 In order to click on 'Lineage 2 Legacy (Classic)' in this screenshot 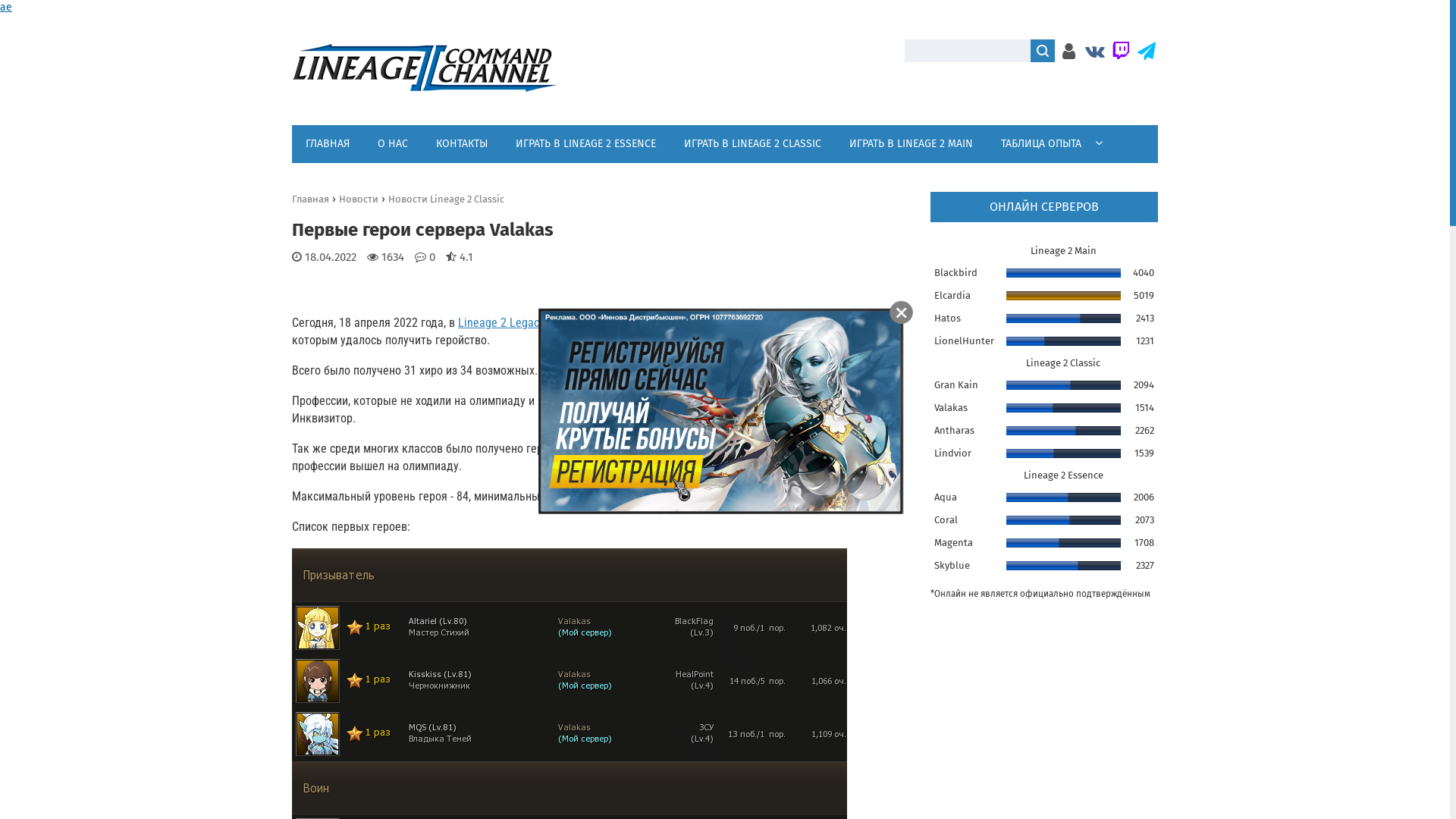, I will do `click(524, 327)`.